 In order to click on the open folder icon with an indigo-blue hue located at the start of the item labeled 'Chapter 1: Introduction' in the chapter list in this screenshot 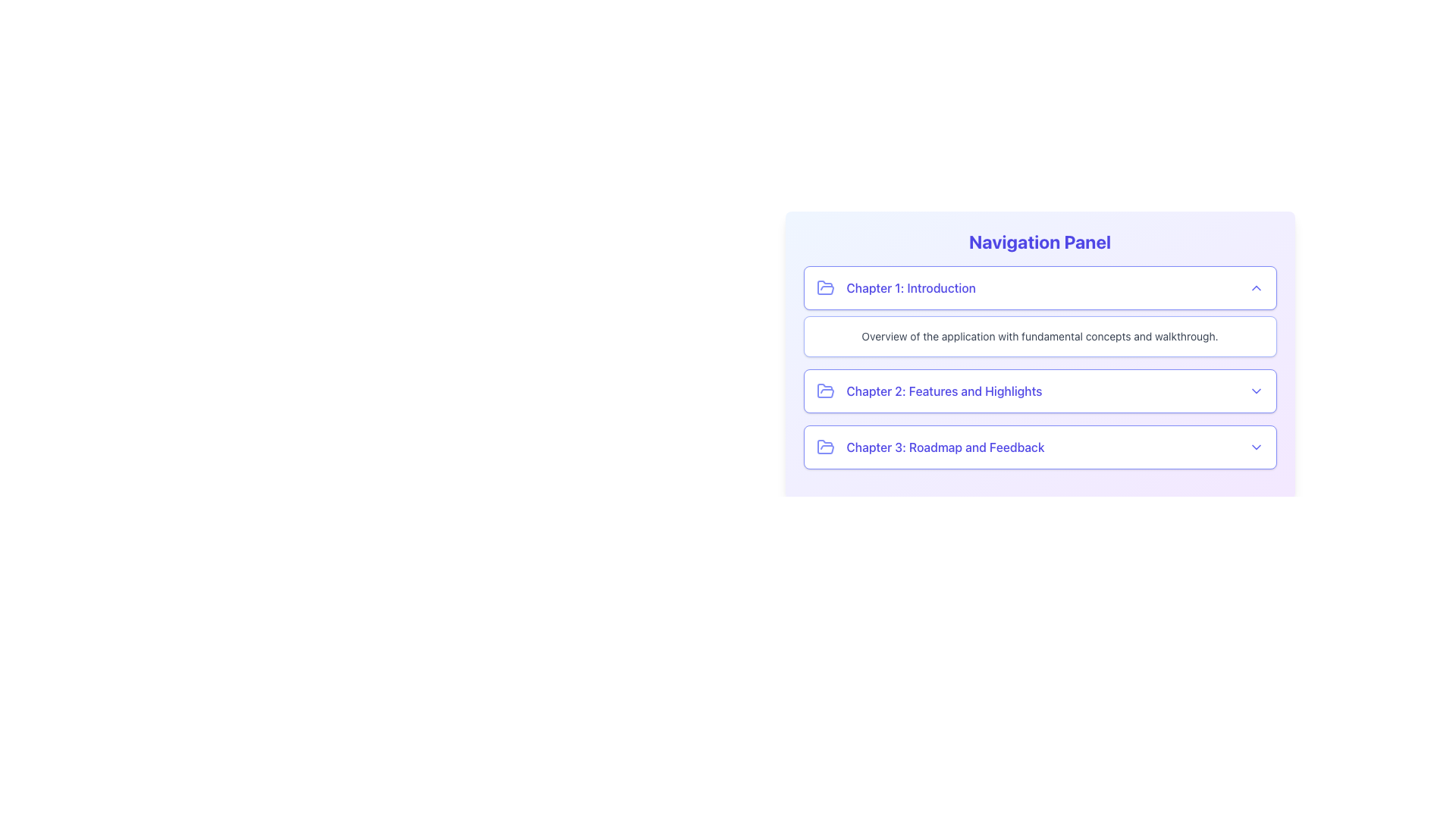, I will do `click(824, 288)`.